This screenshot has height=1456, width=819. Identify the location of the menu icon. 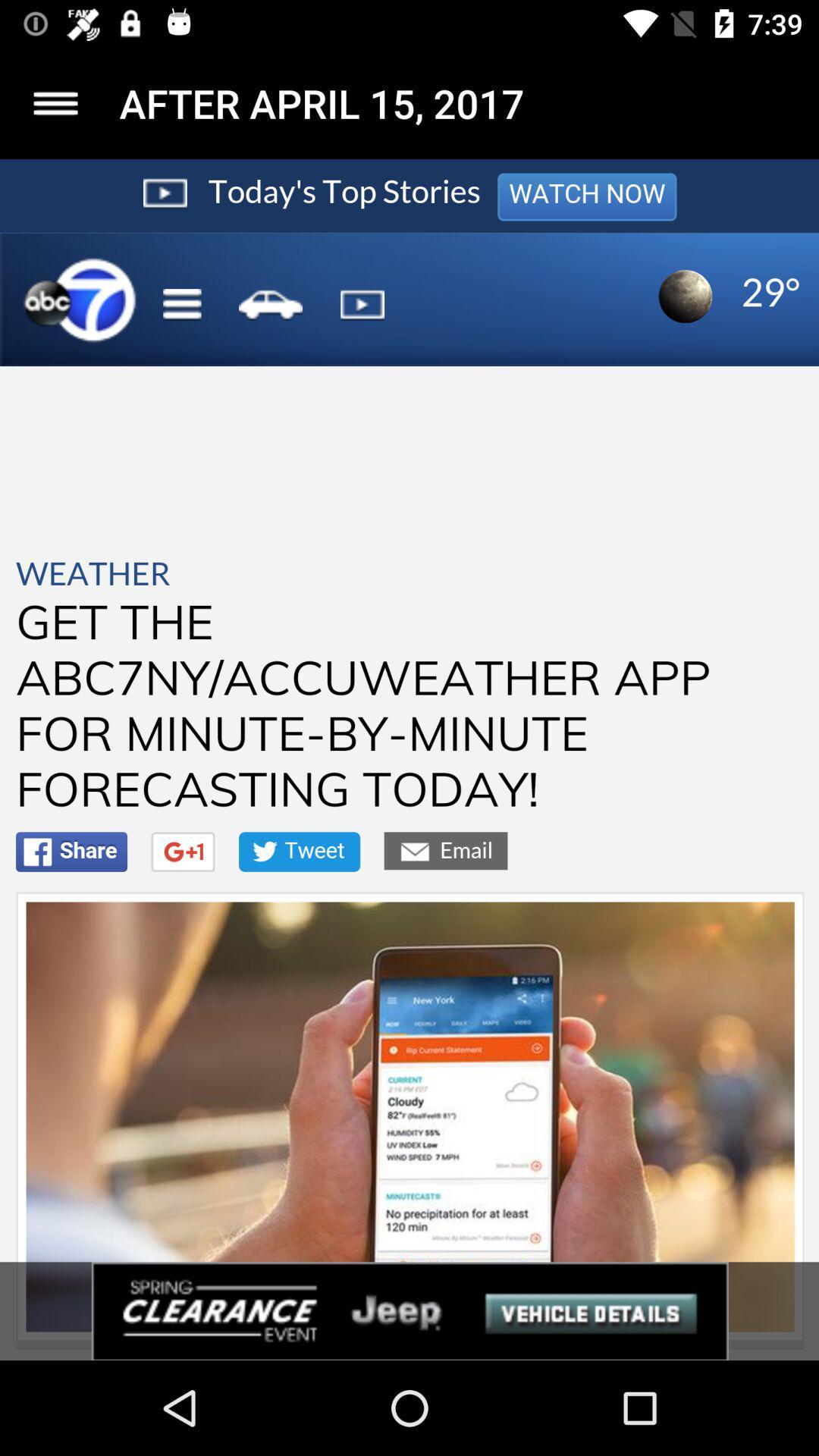
(55, 102).